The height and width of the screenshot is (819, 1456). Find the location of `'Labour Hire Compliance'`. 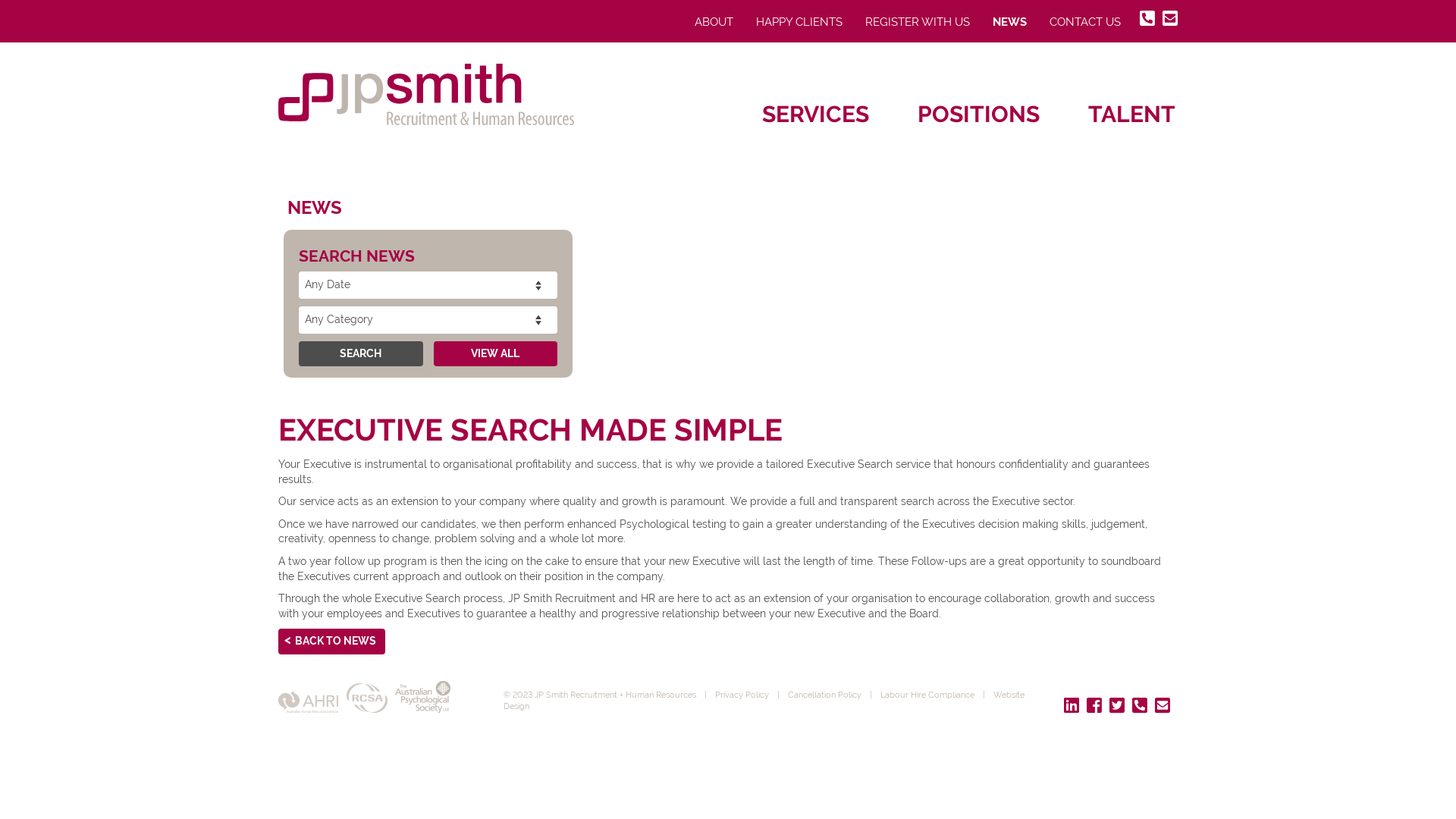

'Labour Hire Compliance' is located at coordinates (926, 694).